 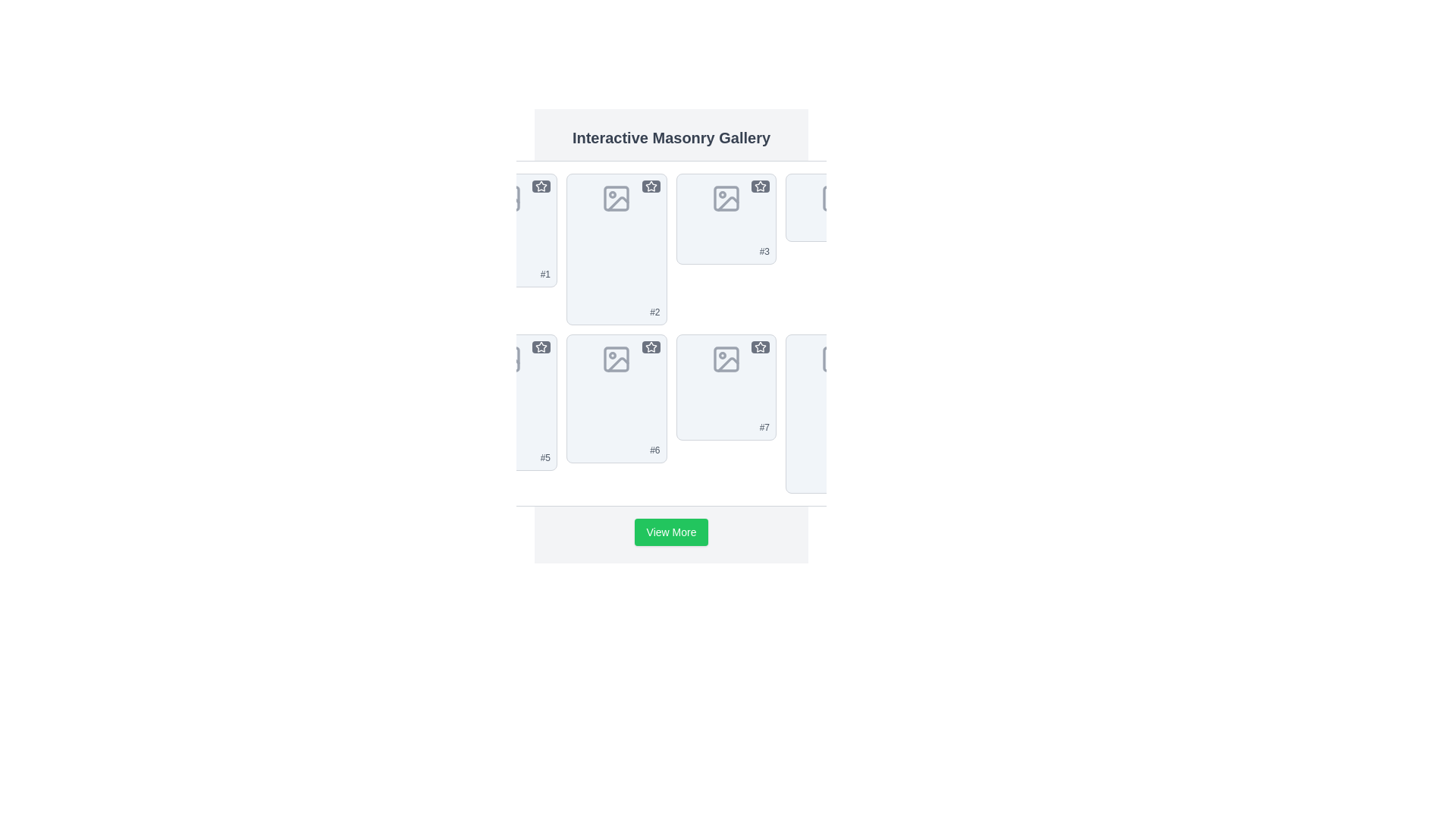 I want to click on the star-shaped icon button with a gray background and white outline, so click(x=761, y=347).